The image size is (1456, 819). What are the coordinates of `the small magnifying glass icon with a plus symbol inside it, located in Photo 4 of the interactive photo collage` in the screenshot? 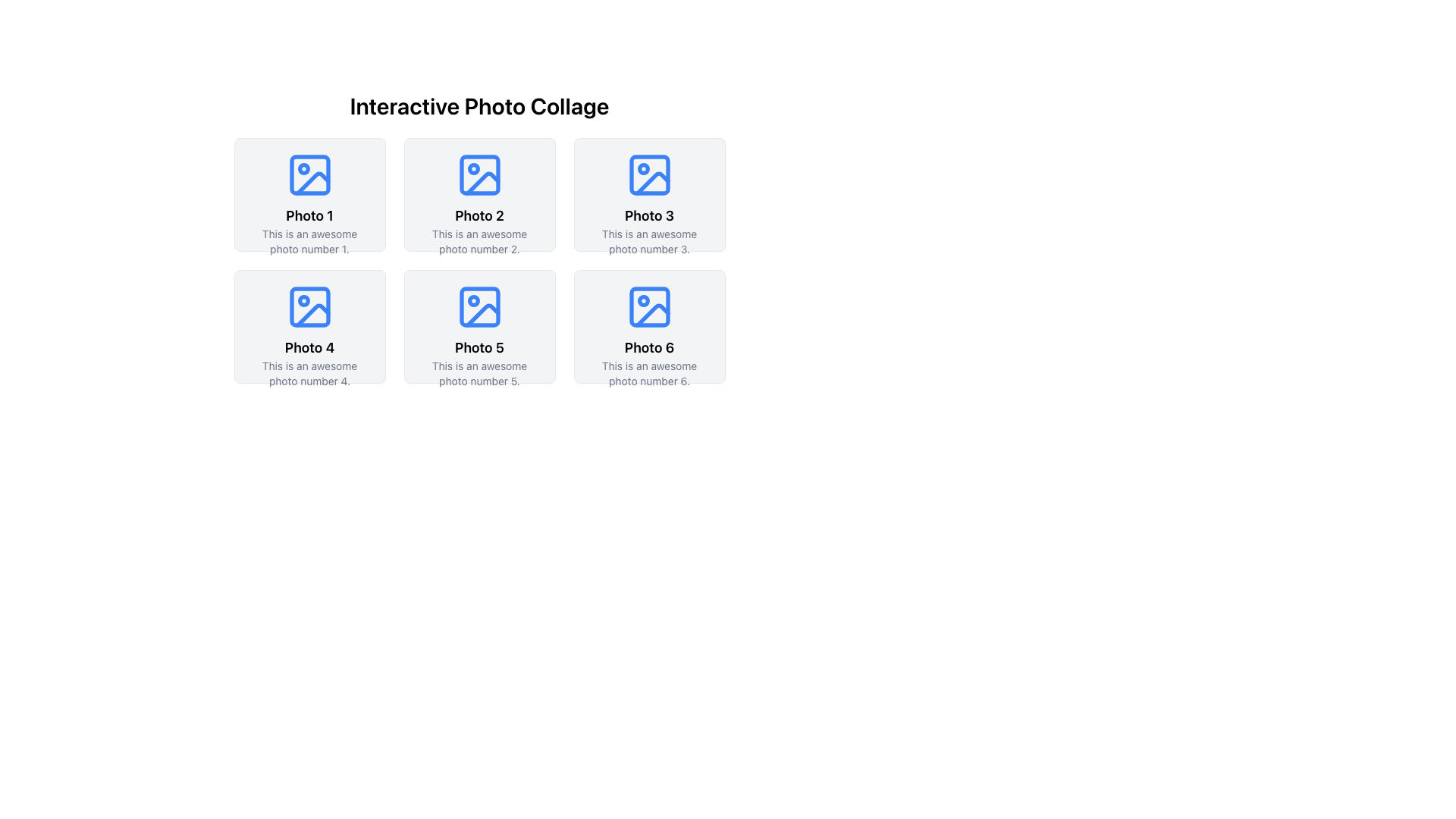 It's located at (309, 326).